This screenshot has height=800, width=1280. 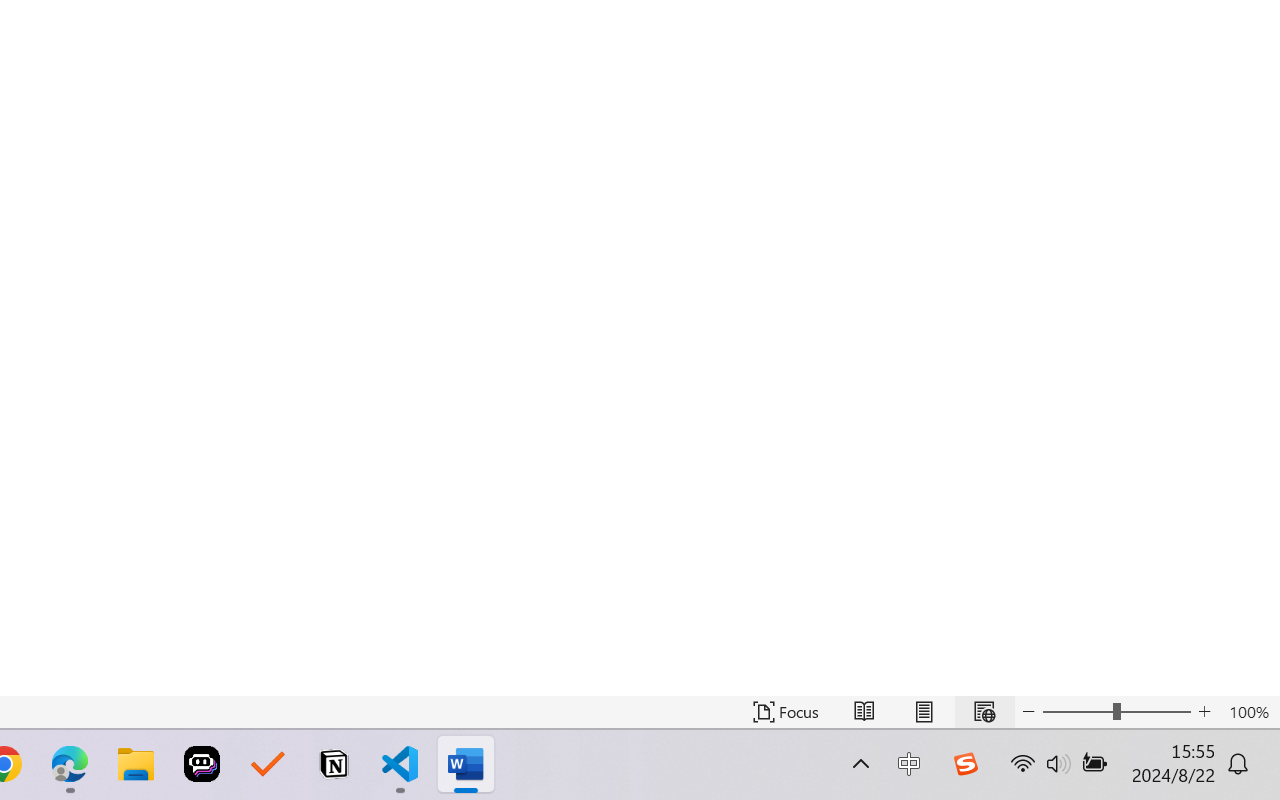 I want to click on 'Zoom 100%', so click(x=1248, y=711).